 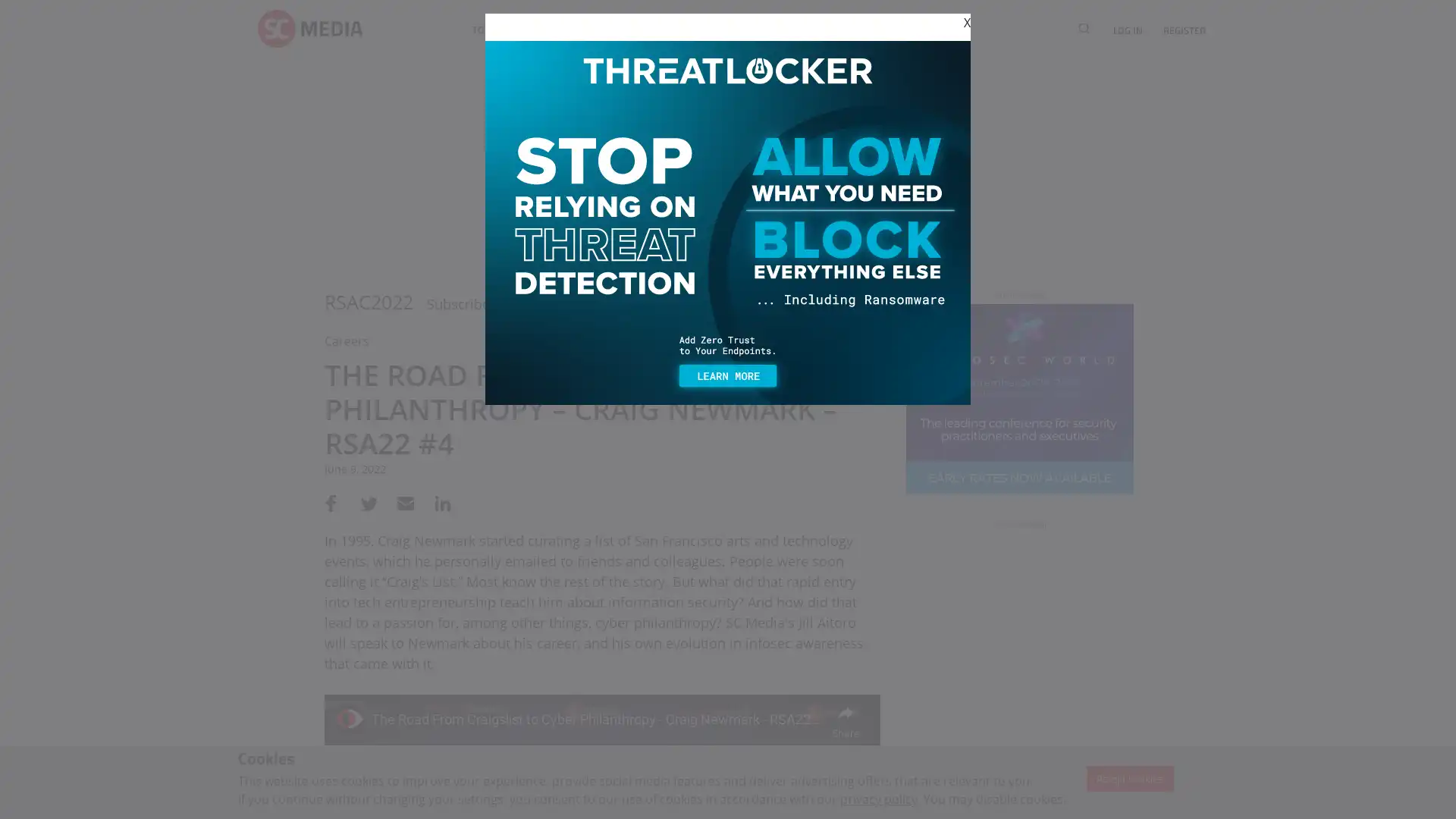 What do you see at coordinates (1129, 778) in the screenshot?
I see `Accept cookies` at bounding box center [1129, 778].